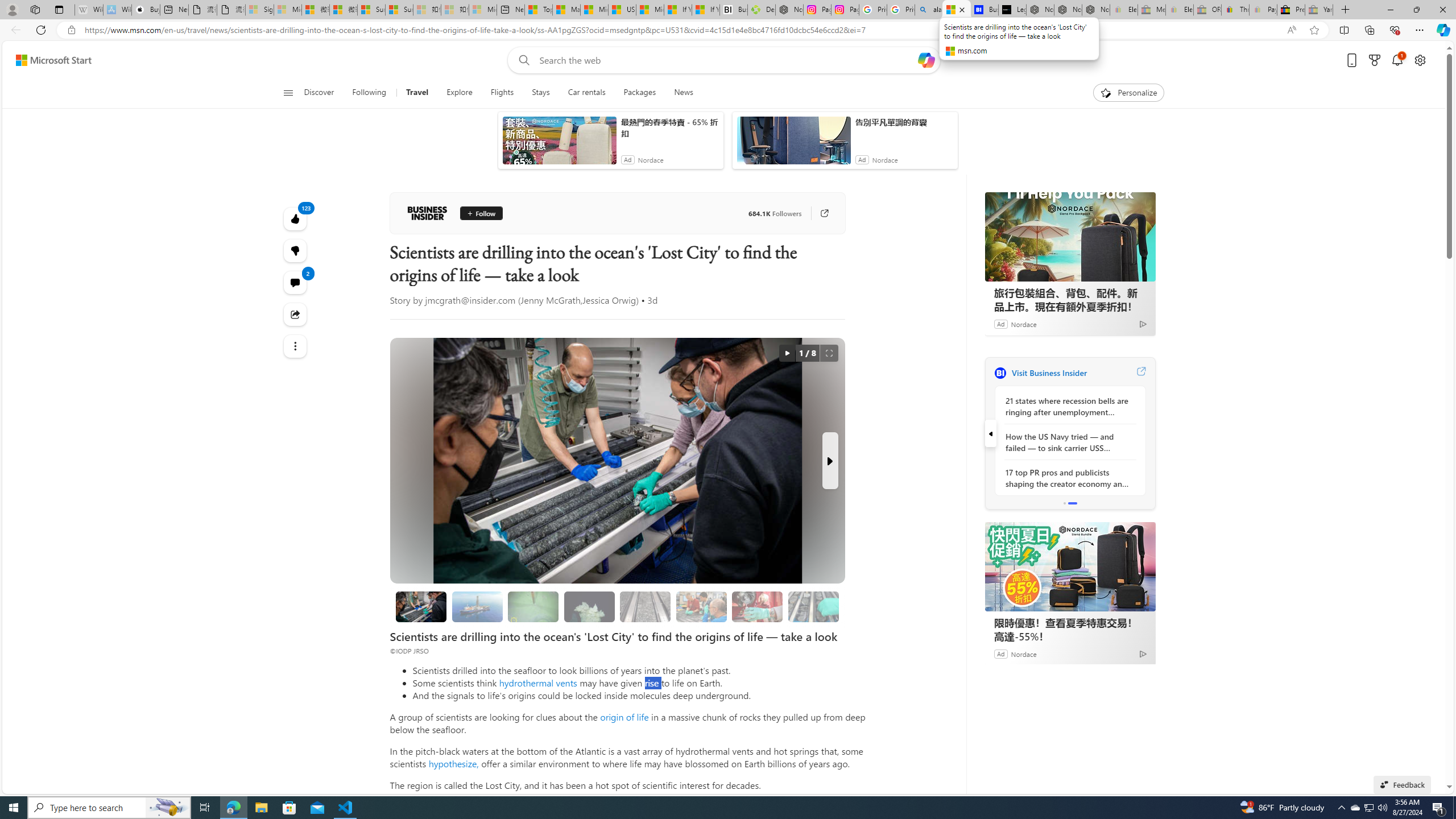 Image resolution: width=1456 pixels, height=819 pixels. I want to click on 'Follow', so click(481, 213).